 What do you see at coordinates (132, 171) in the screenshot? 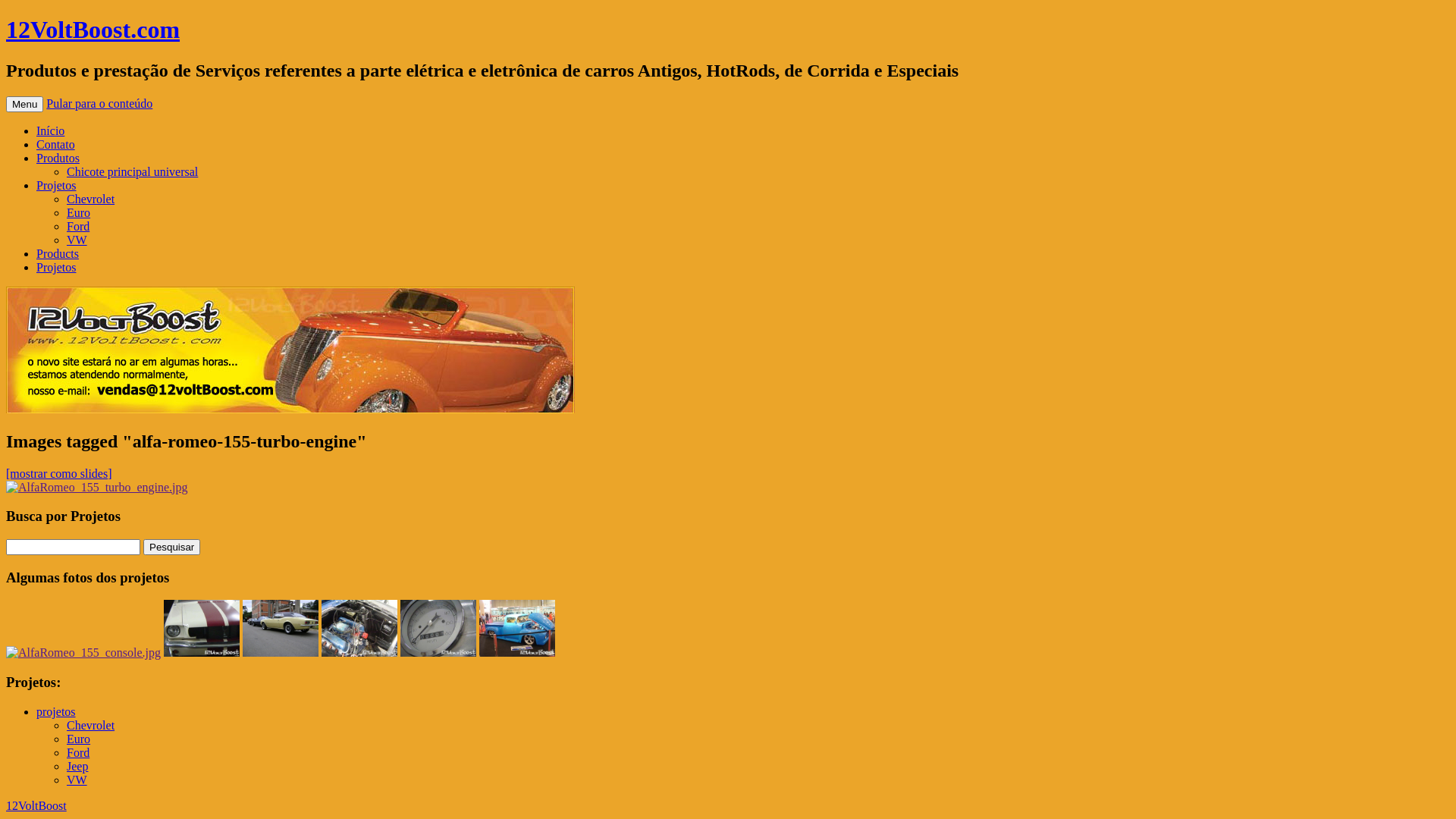
I see `'Chicote principal universal'` at bounding box center [132, 171].